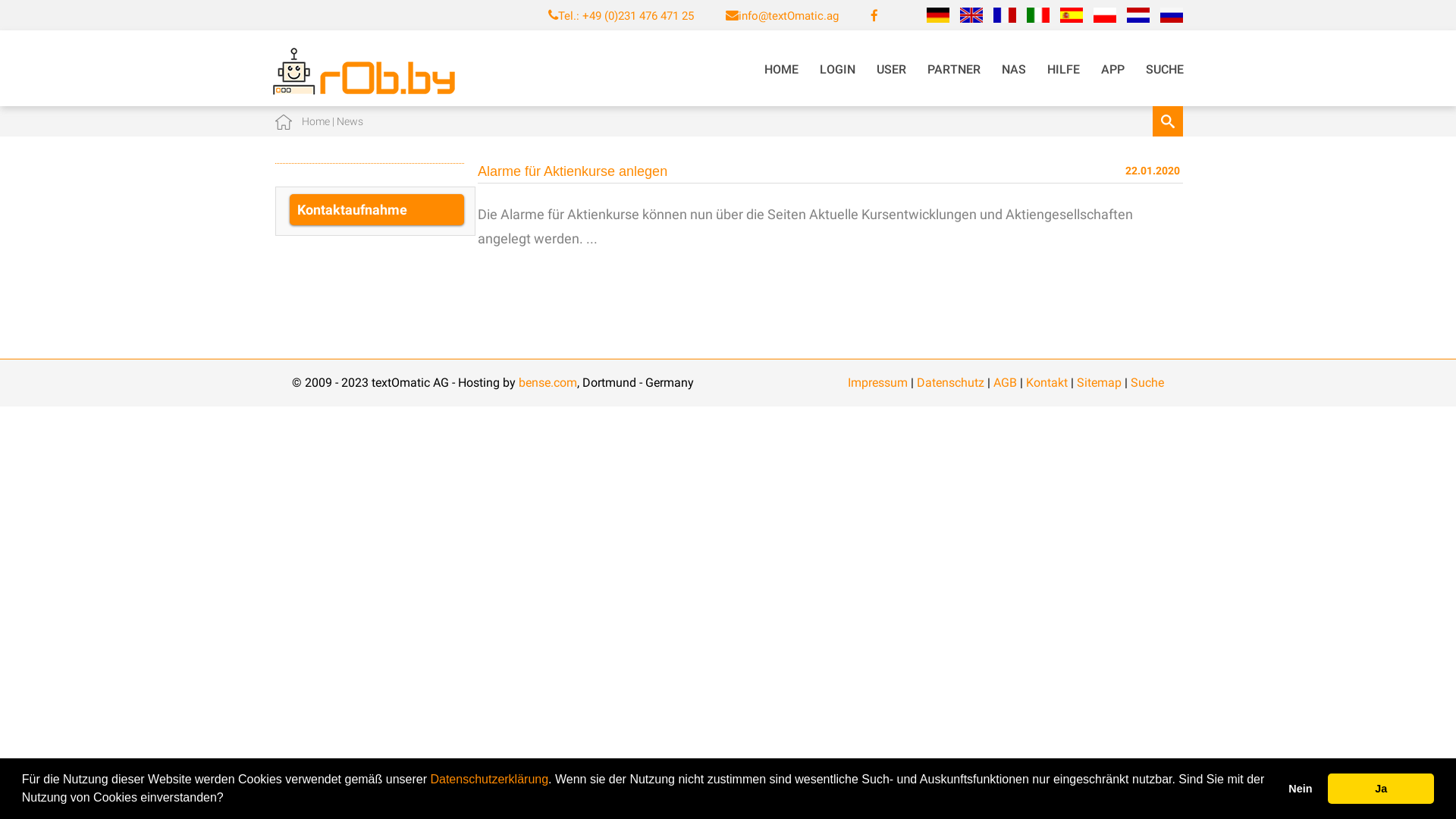 The image size is (1456, 819). I want to click on 'Ja', so click(1380, 788).